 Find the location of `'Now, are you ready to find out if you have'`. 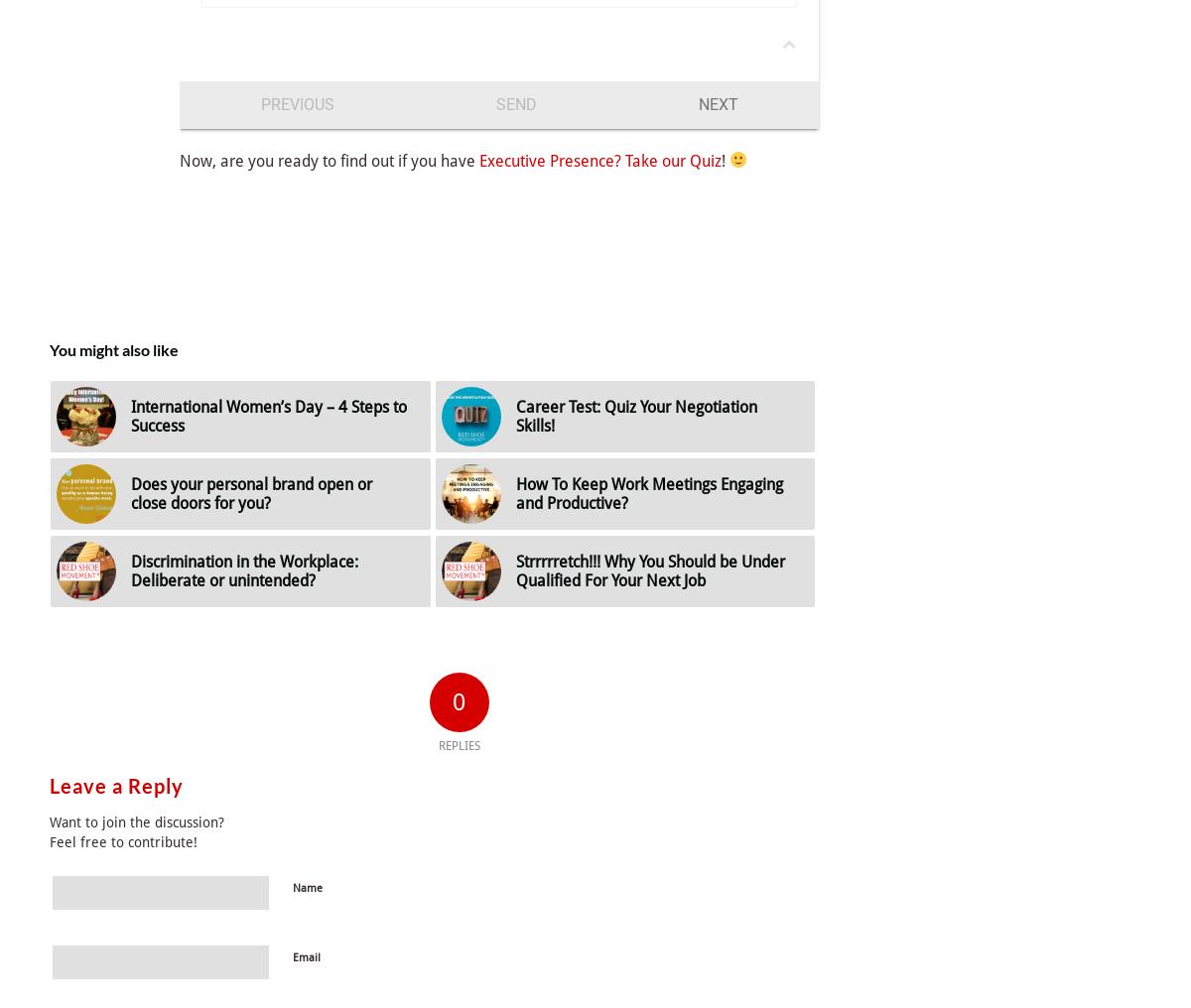

'Now, are you ready to find out if you have' is located at coordinates (330, 159).